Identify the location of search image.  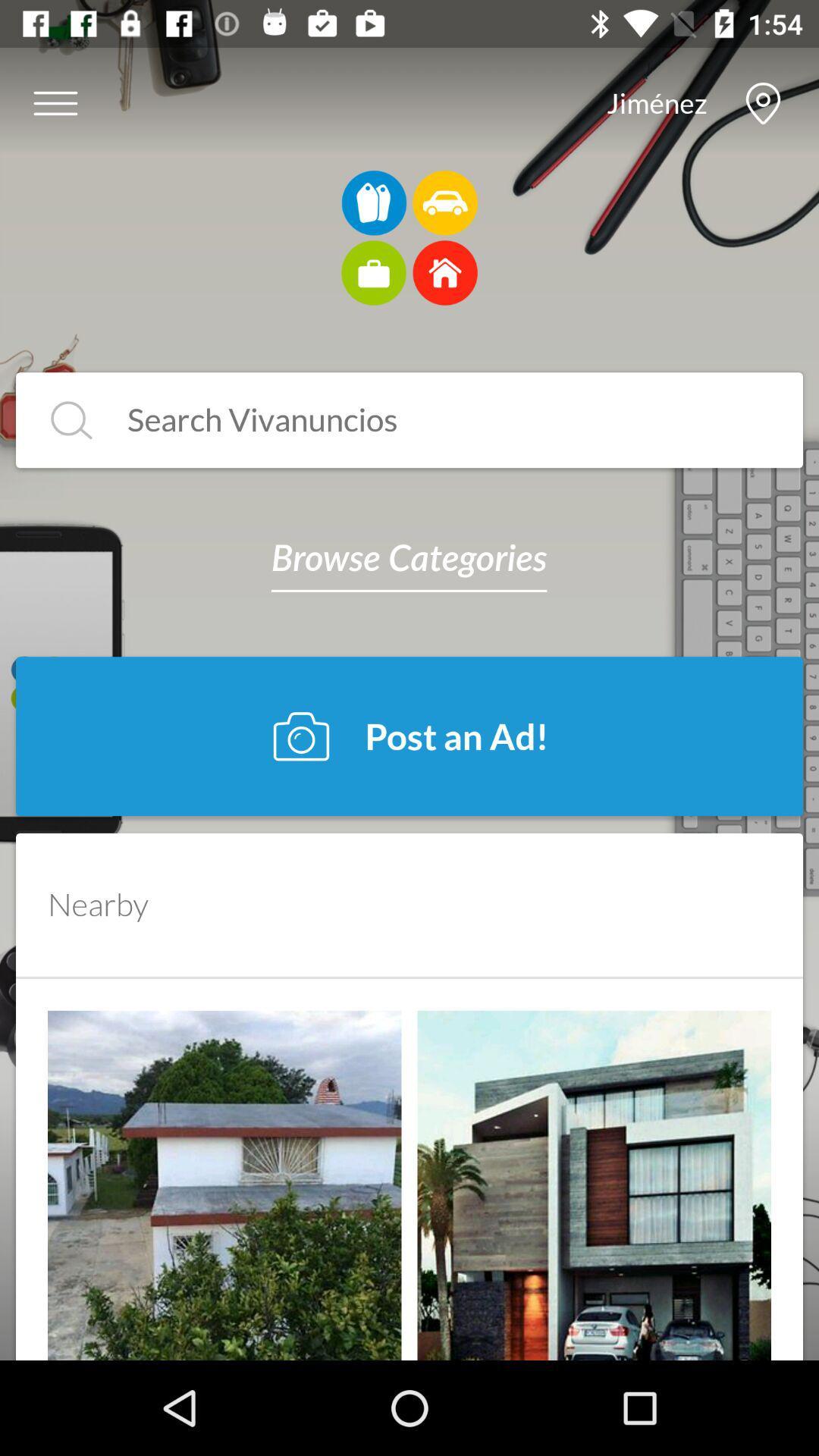
(433, 420).